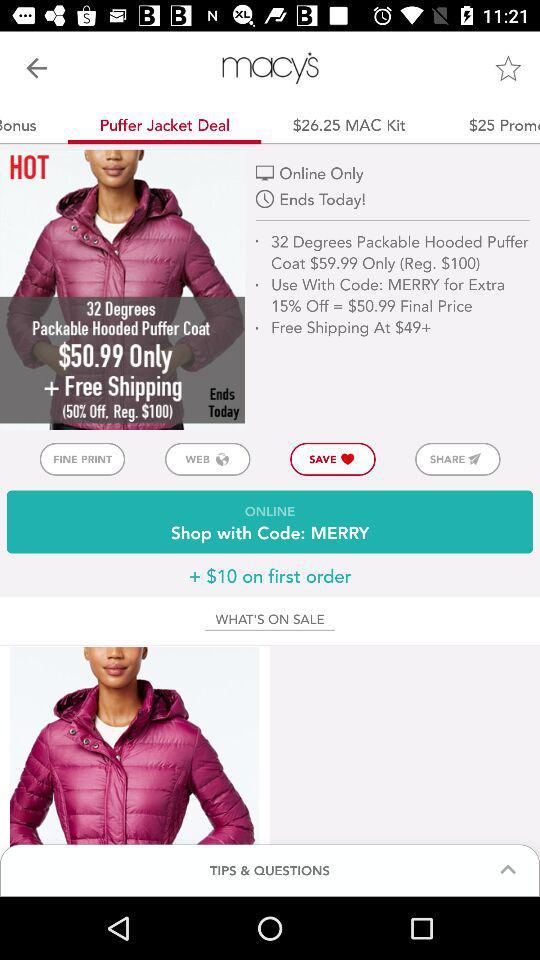 This screenshot has height=960, width=540. What do you see at coordinates (457, 459) in the screenshot?
I see `the icon below 32 degrees packable item` at bounding box center [457, 459].